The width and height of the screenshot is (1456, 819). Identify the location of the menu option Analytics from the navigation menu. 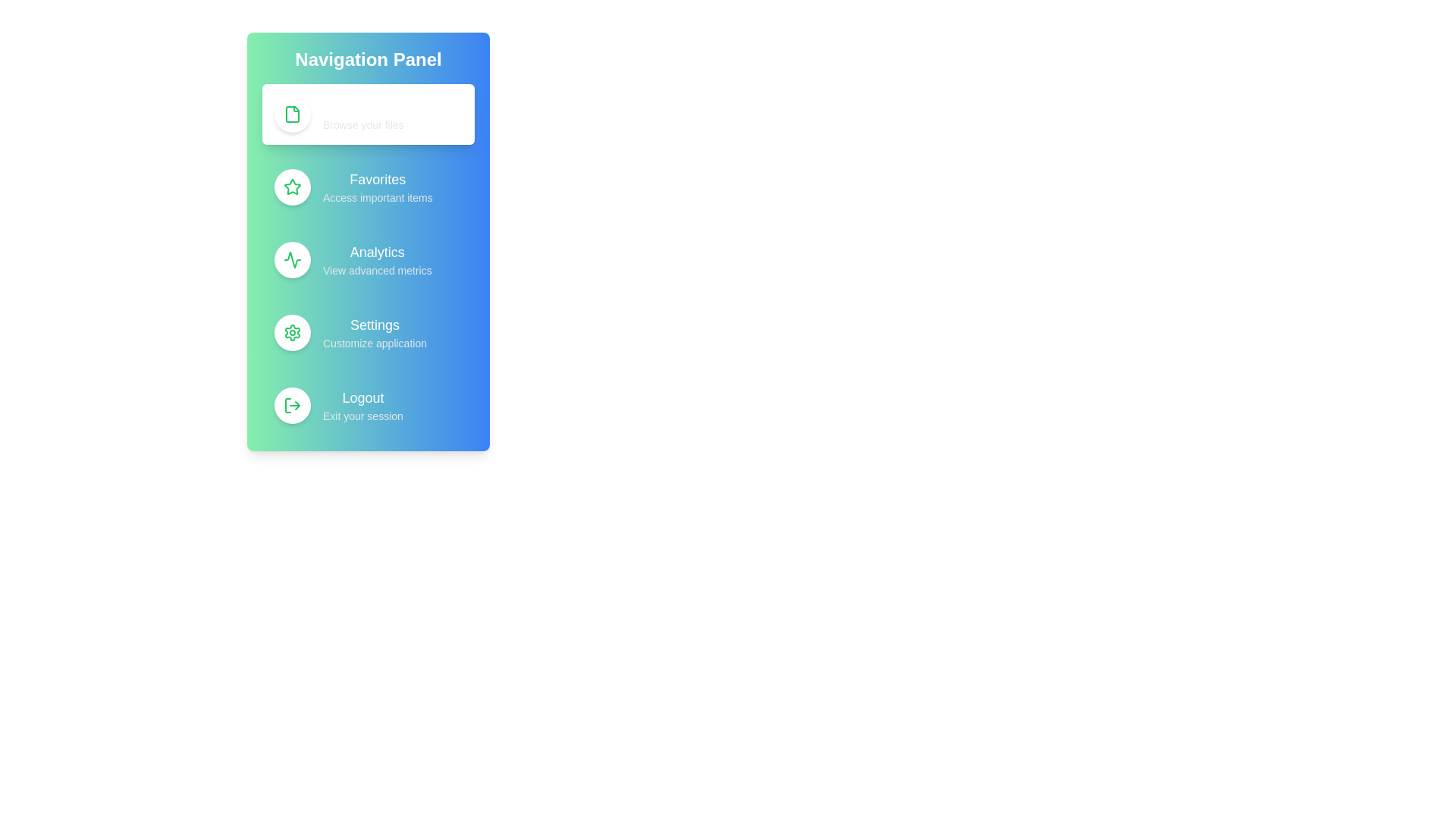
(368, 259).